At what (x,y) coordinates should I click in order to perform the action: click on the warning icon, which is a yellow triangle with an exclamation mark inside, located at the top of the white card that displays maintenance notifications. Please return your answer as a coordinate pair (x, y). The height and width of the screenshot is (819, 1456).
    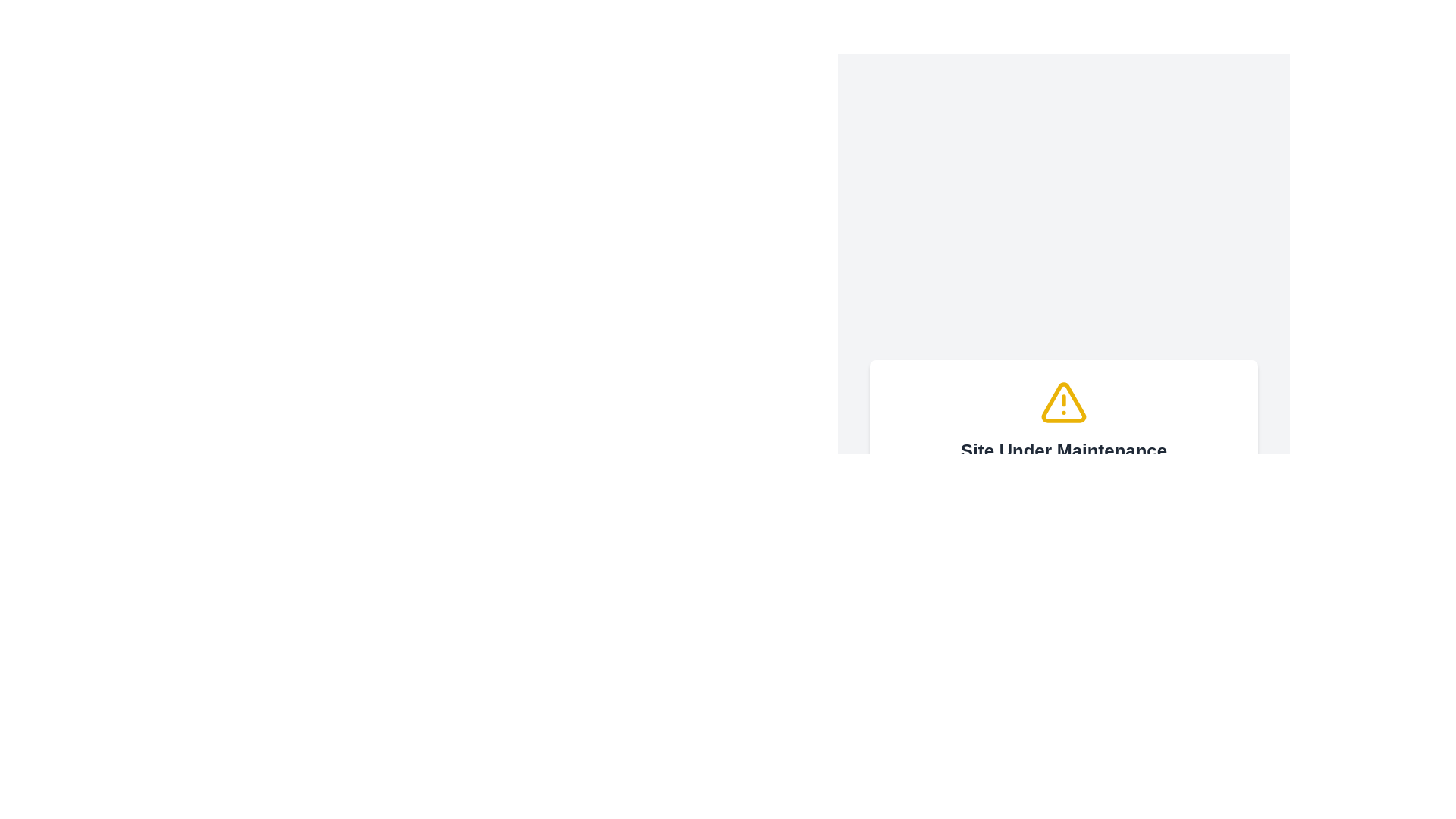
    Looking at the image, I should click on (1062, 402).